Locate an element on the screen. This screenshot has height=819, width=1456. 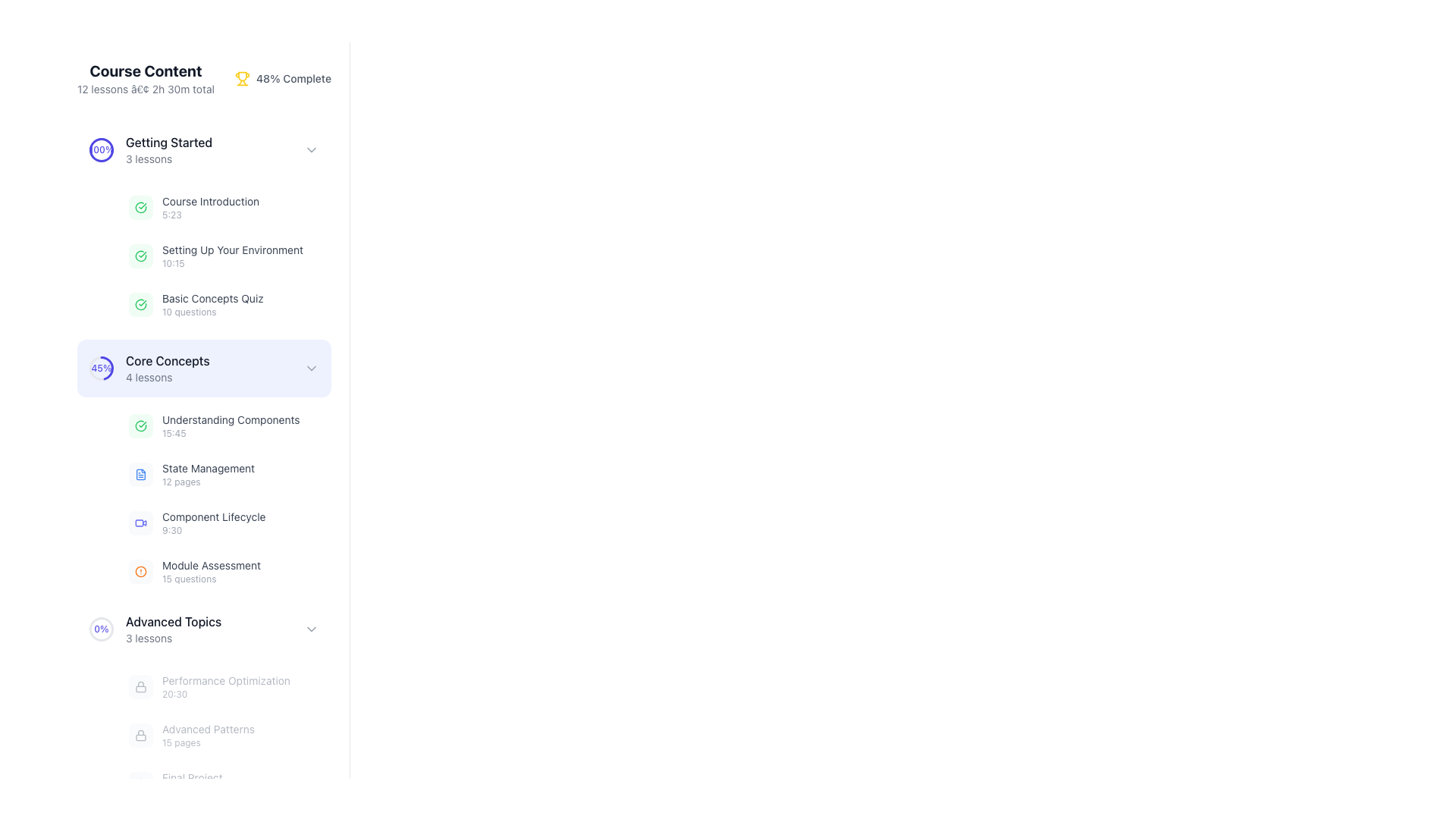
the second list item in the 'Getting Started' section, which provides information about the completion percentage and the number of lessons in 'Core Concepts' is located at coordinates (149, 369).